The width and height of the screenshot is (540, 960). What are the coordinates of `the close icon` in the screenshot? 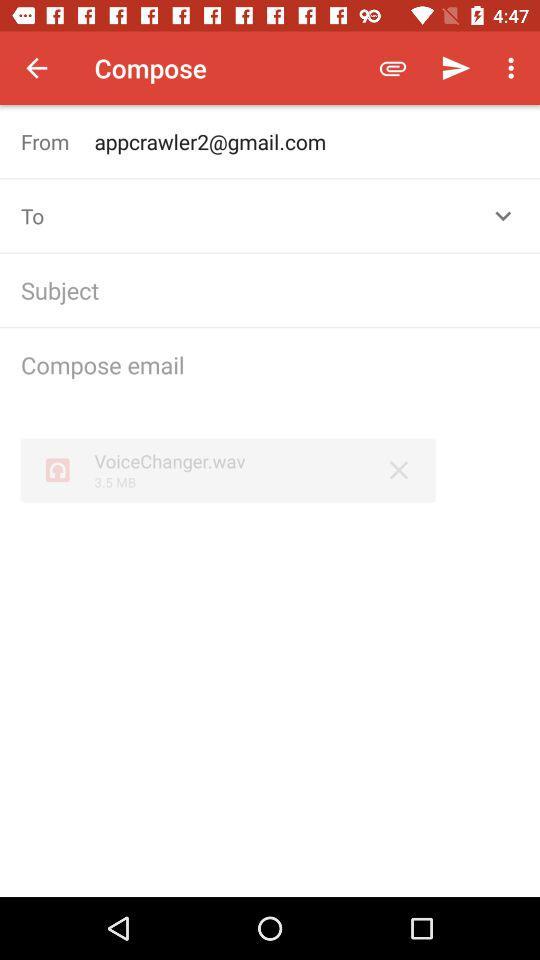 It's located at (399, 470).